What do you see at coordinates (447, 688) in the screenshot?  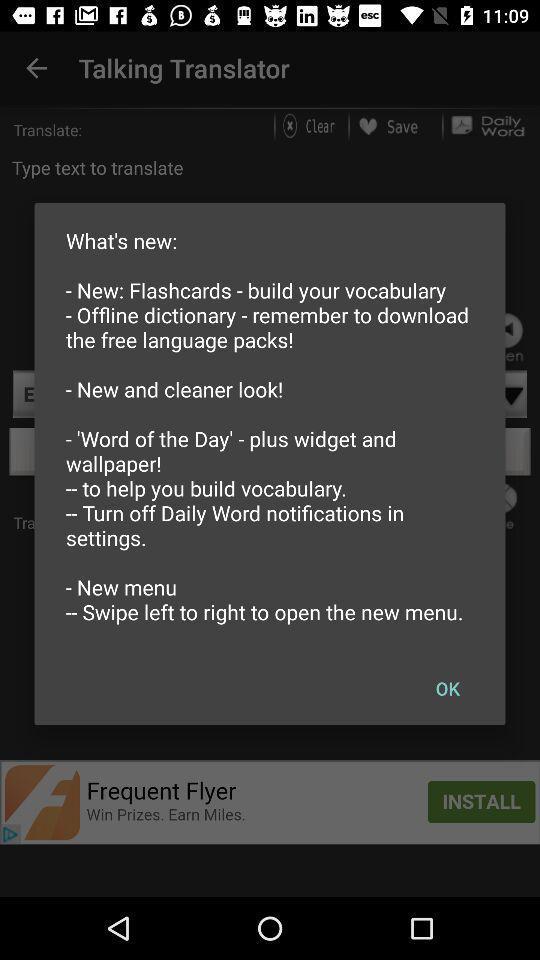 I see `the ok item` at bounding box center [447, 688].